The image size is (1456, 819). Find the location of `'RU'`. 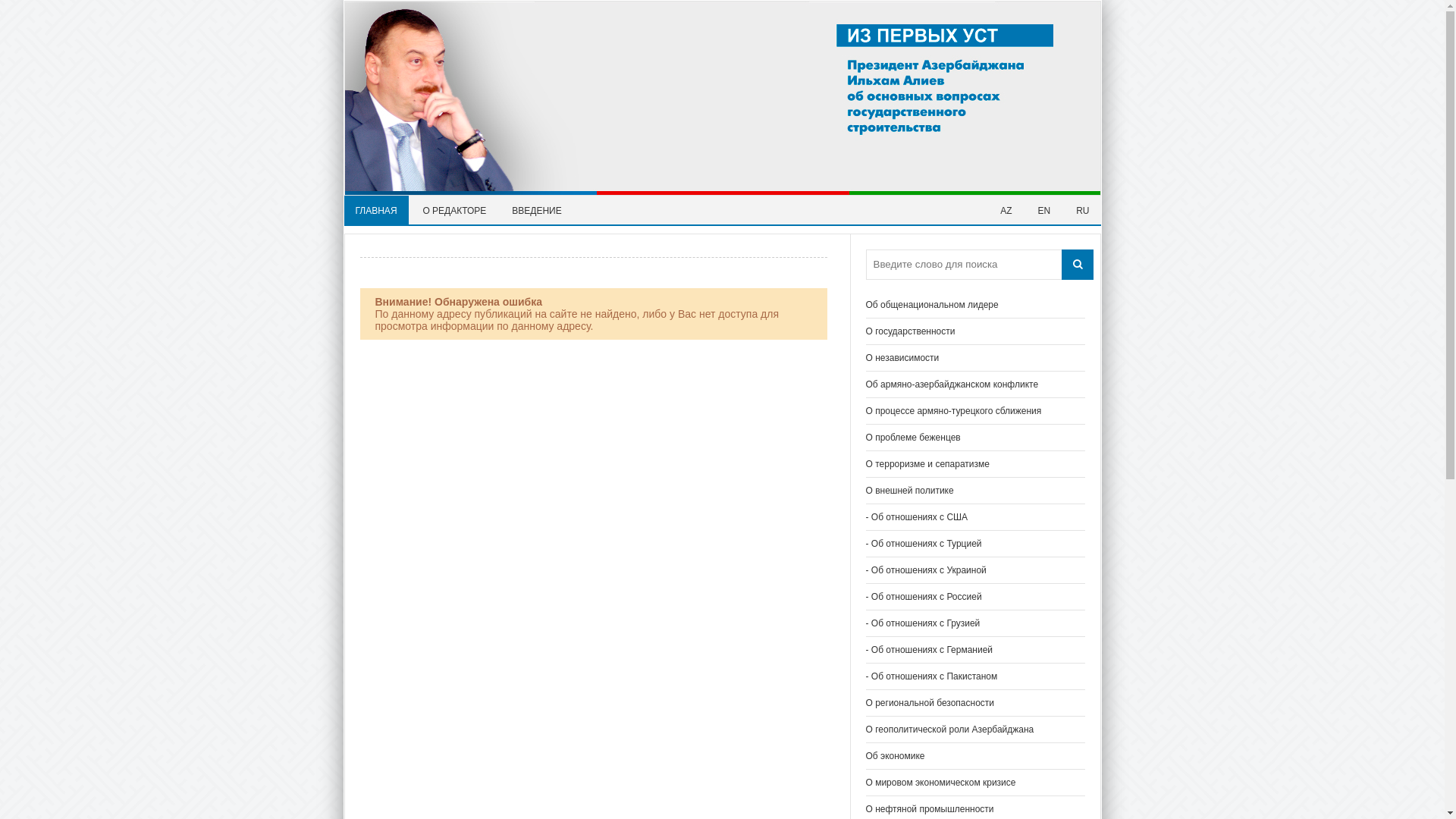

'RU' is located at coordinates (1081, 210).